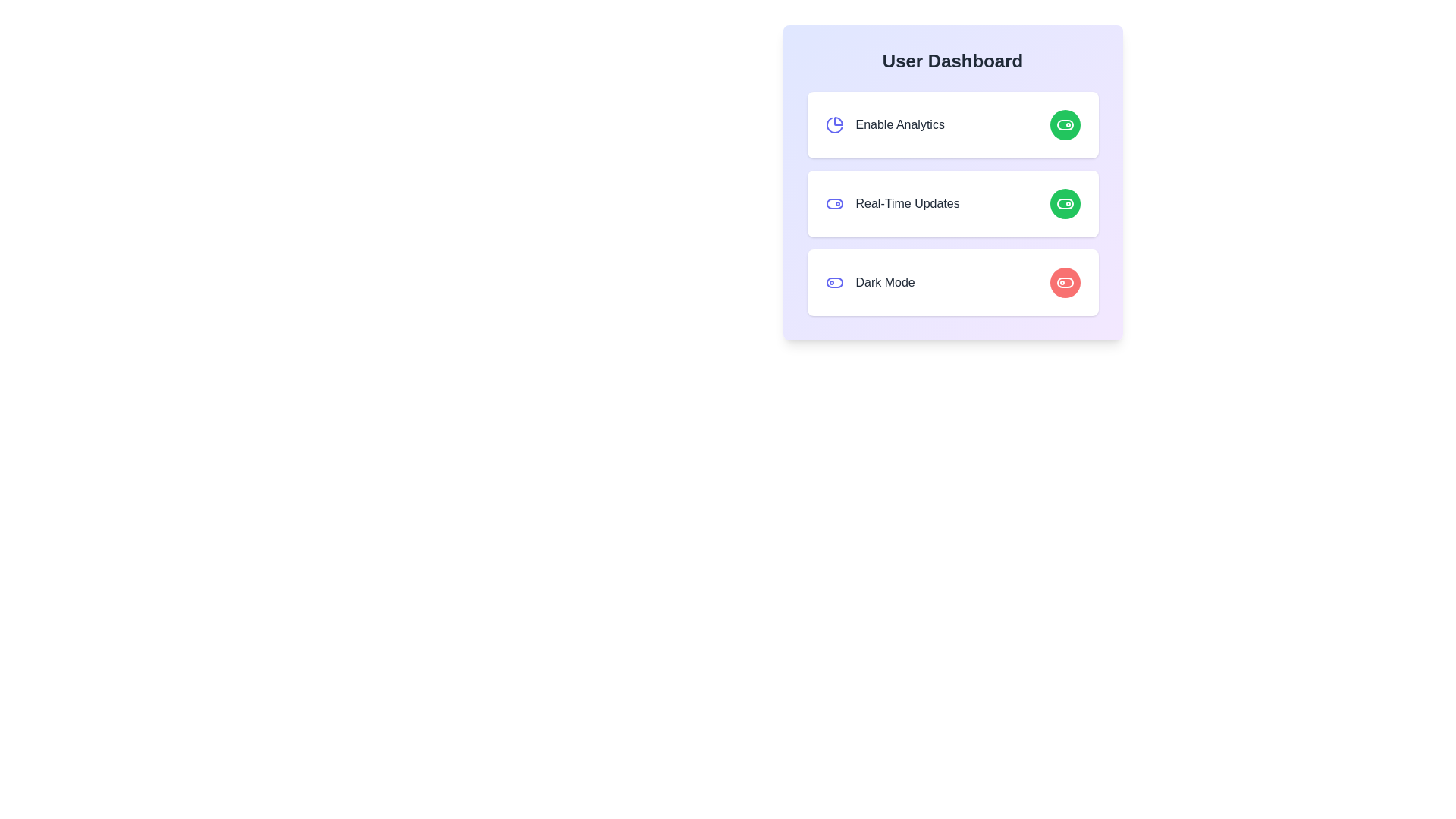  I want to click on the 'Dark Mode' toggle icon located in the third row of options within the User Dashboard interface, so click(1064, 283).